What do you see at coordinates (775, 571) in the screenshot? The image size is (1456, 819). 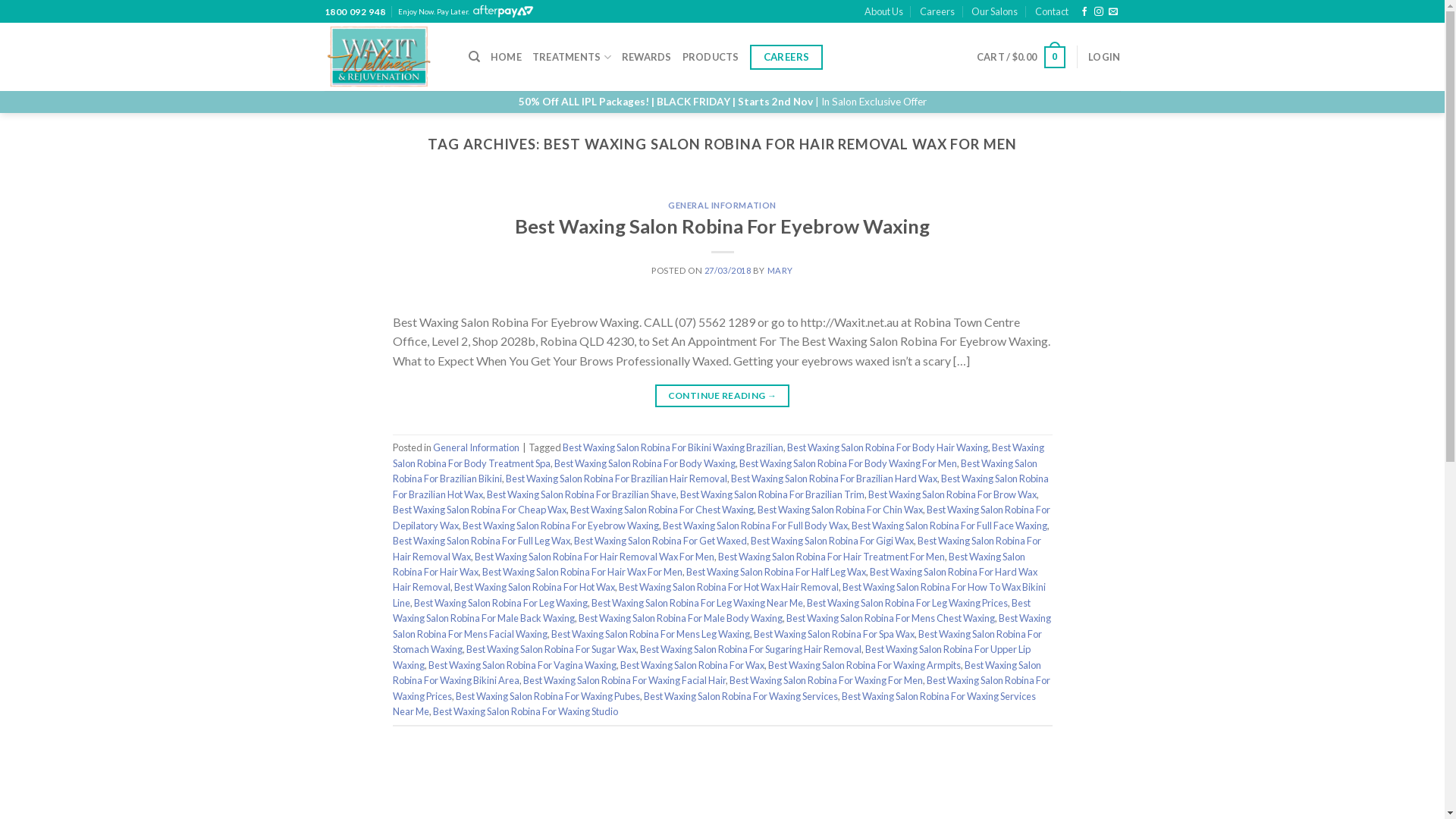 I see `'Best Waxing Salon Robina For Half Leg Wax'` at bounding box center [775, 571].